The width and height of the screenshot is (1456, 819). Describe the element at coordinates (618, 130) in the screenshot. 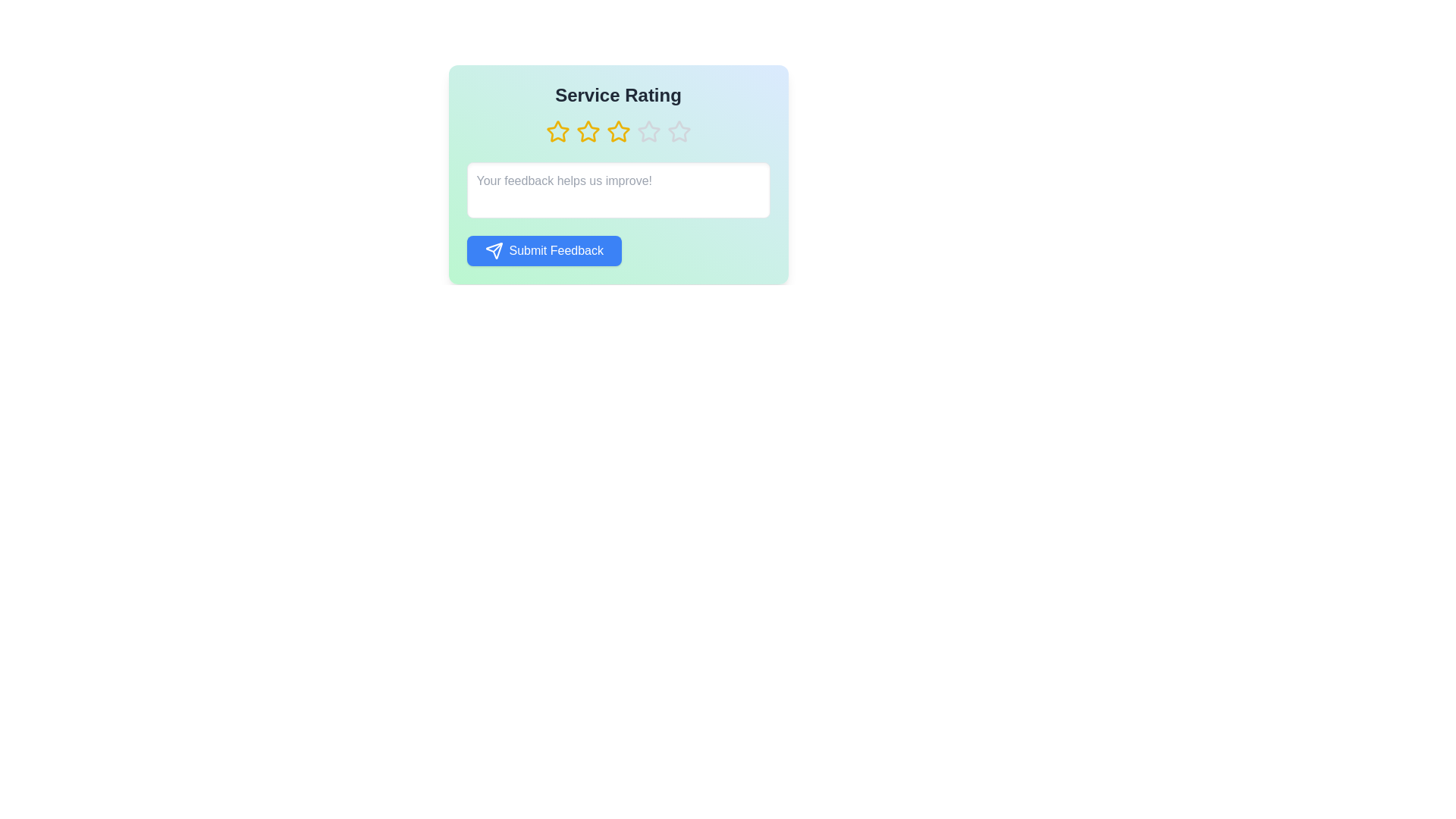

I see `the active star icon` at that location.